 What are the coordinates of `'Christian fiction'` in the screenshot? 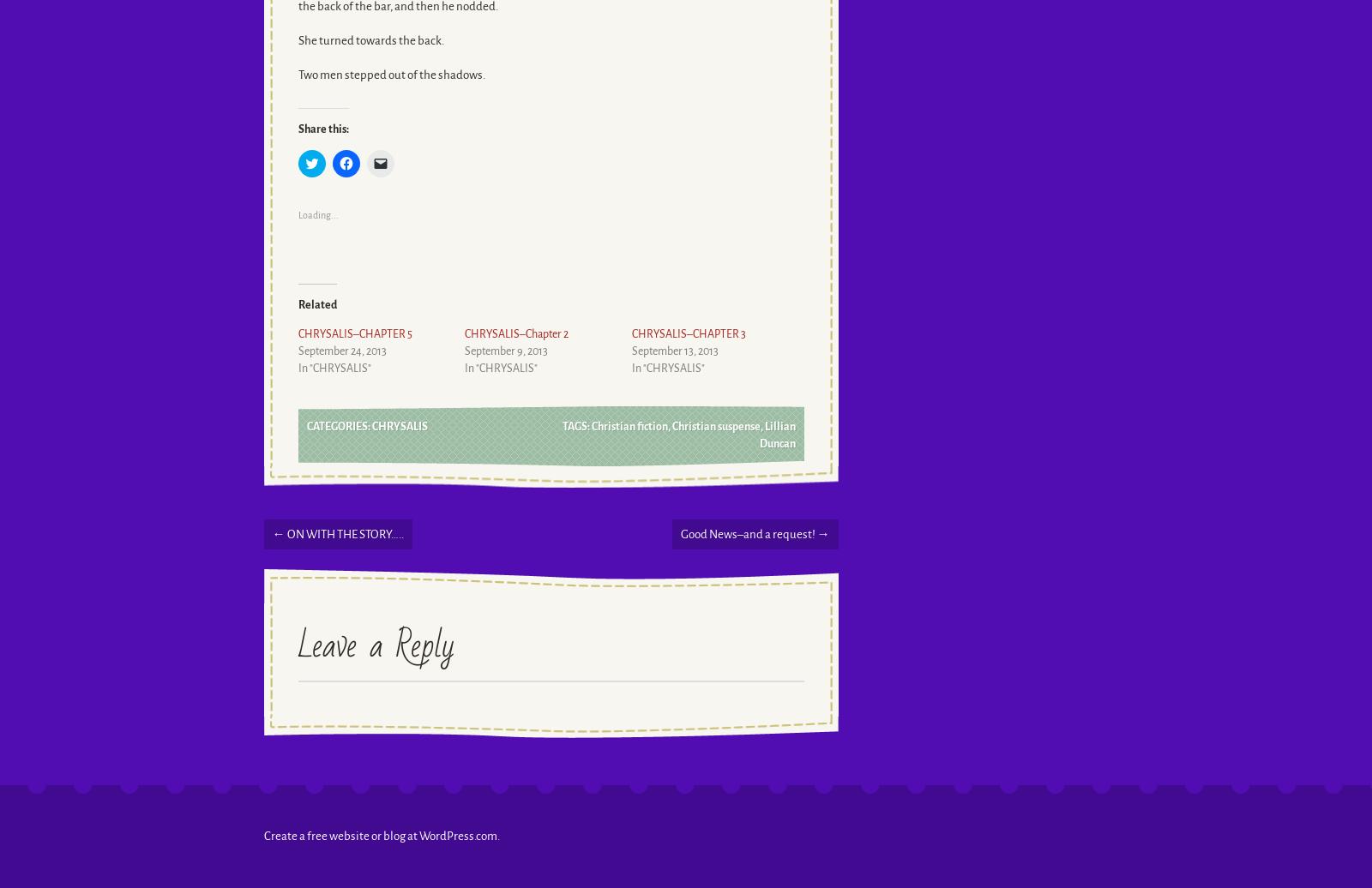 It's located at (590, 425).